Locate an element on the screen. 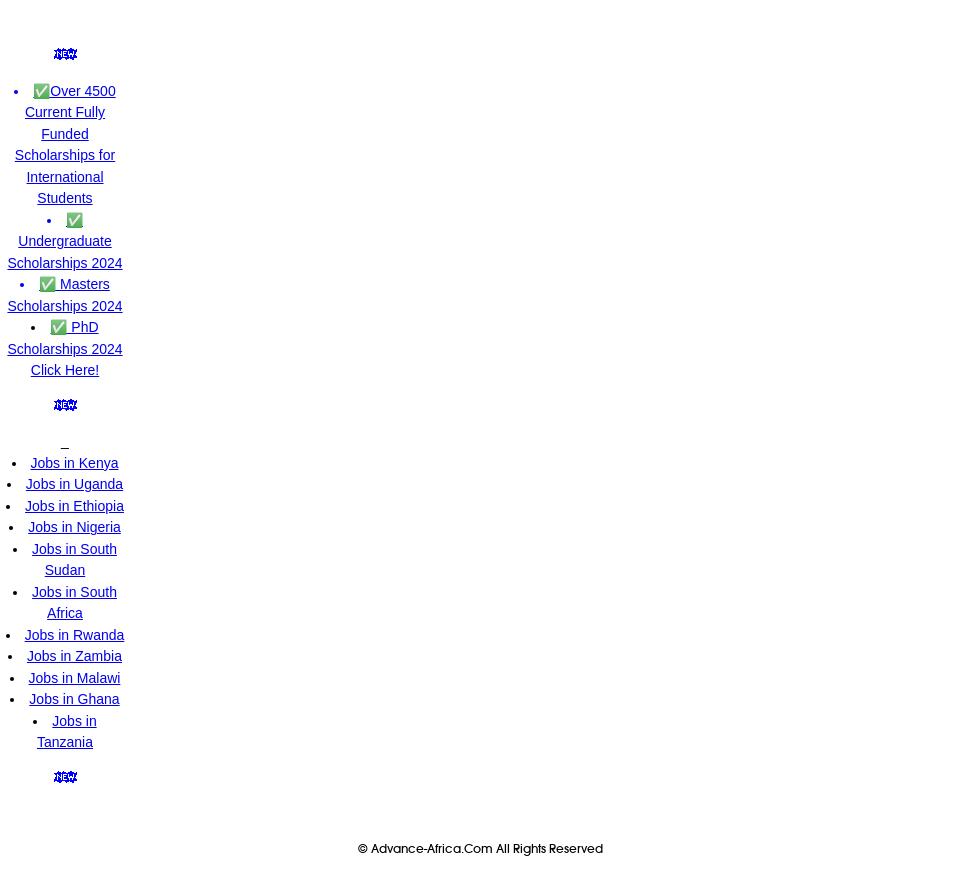  'Jobs in Ghana' is located at coordinates (74, 698).